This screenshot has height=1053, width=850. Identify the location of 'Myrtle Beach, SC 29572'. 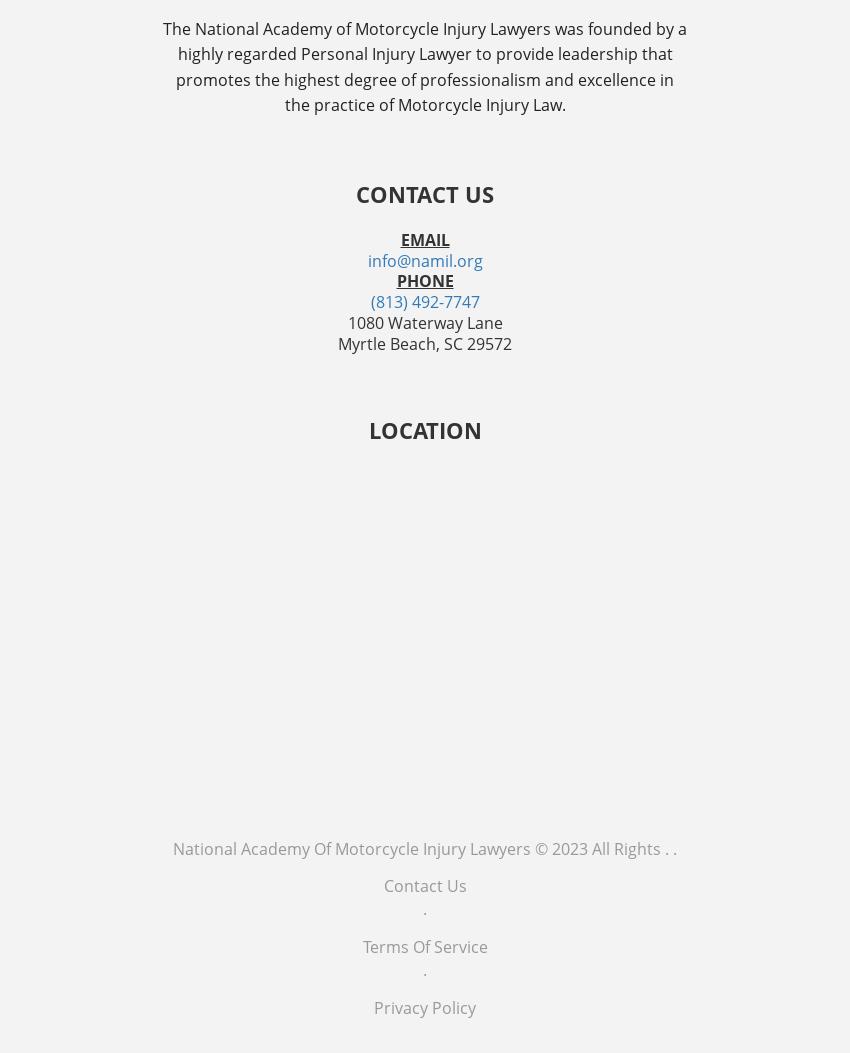
(425, 341).